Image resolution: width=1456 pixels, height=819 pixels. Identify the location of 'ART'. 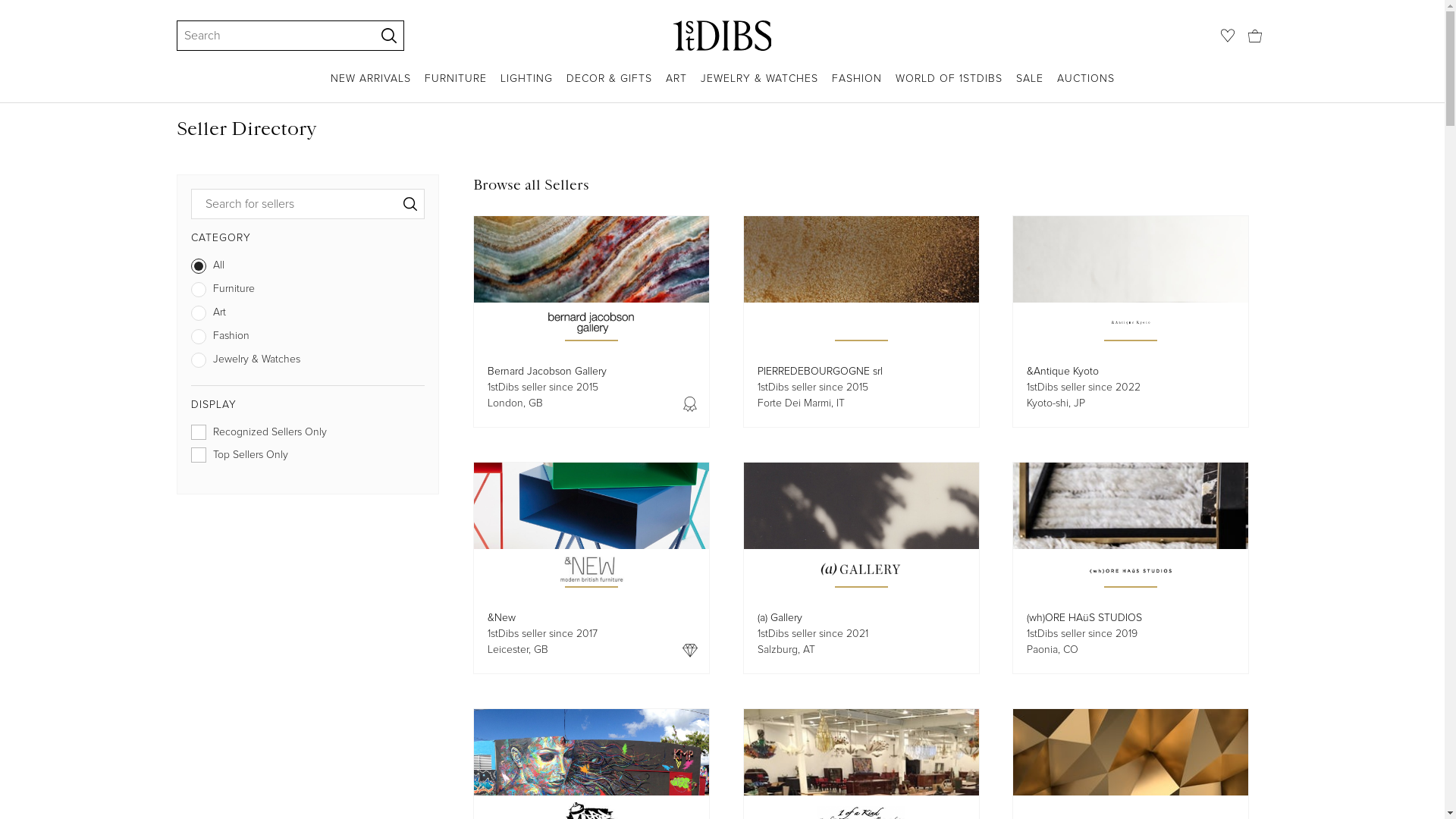
(676, 86).